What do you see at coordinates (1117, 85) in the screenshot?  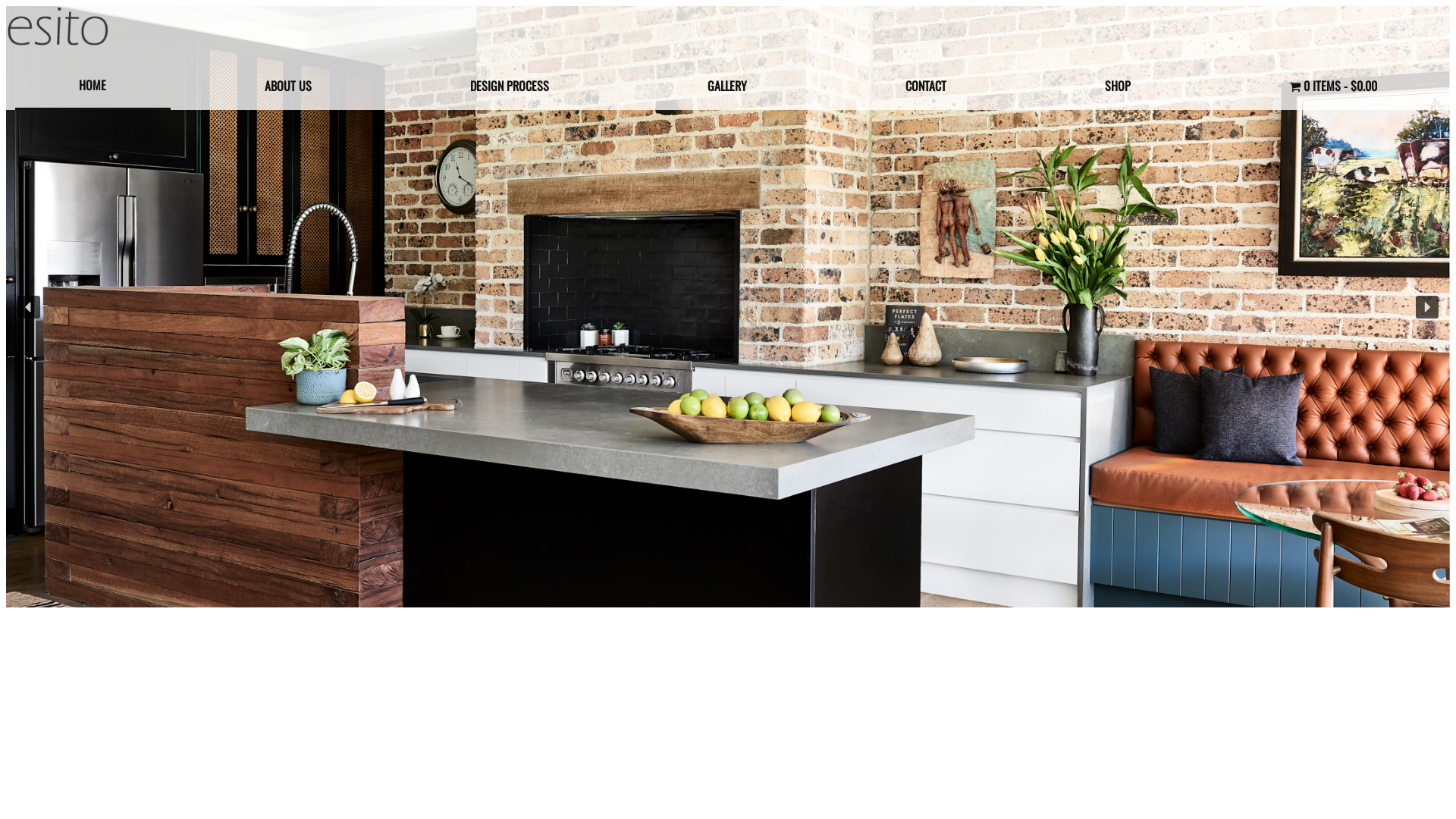 I see `'SHOP'` at bounding box center [1117, 85].